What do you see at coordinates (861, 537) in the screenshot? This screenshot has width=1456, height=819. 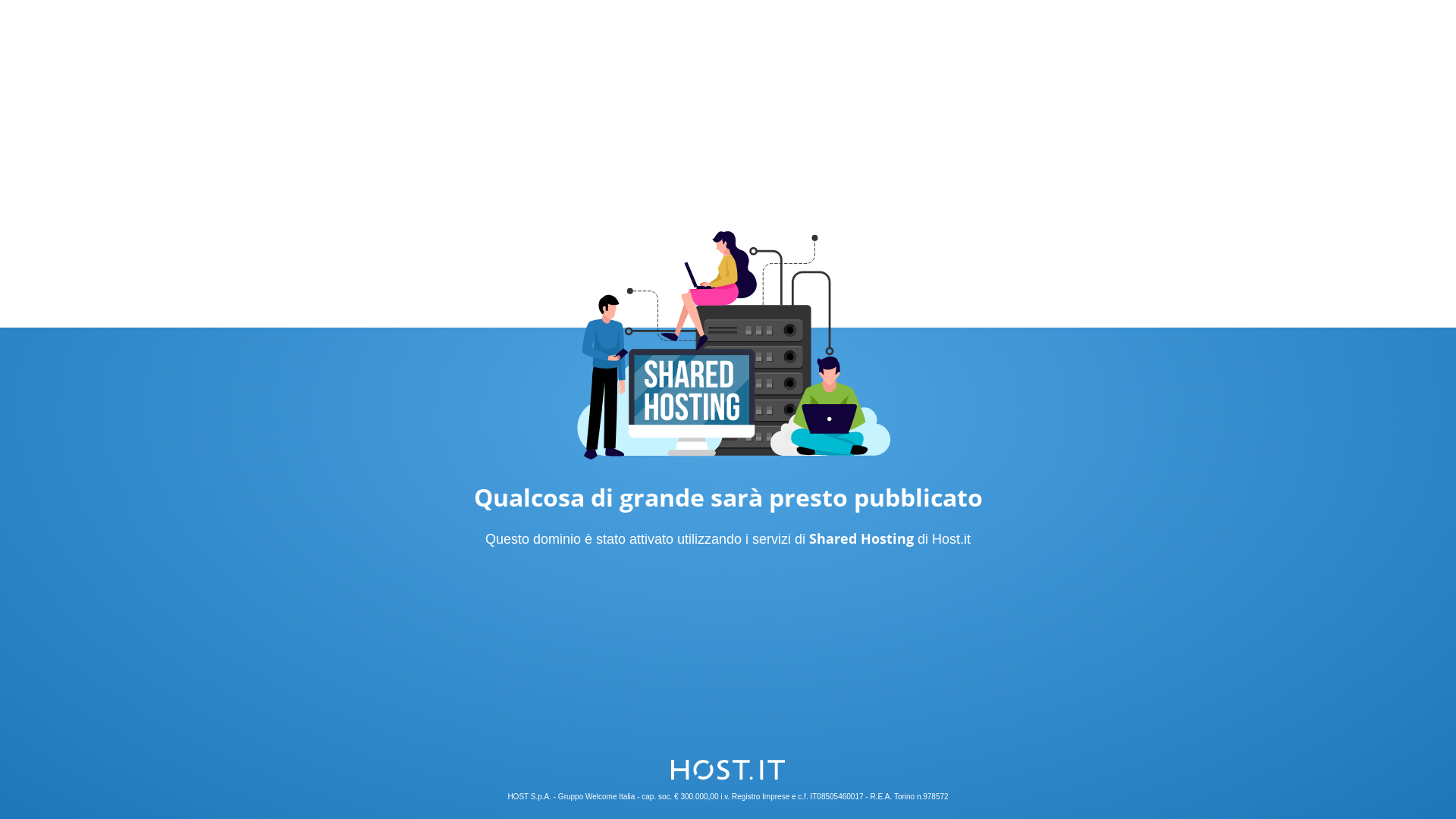 I see `'Shared Hosting'` at bounding box center [861, 537].